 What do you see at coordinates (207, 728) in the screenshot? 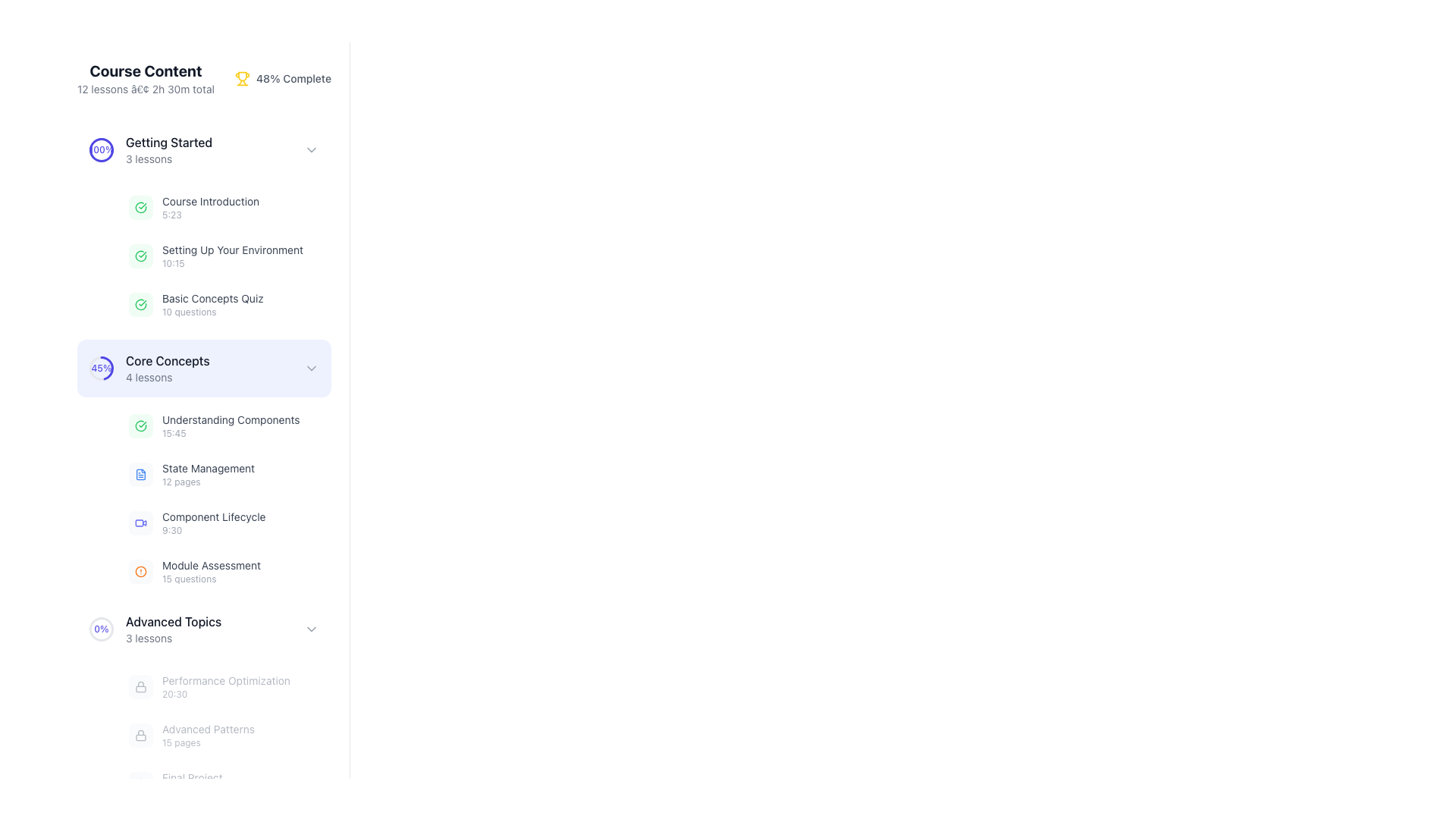
I see `the text label reading 'Advanced Patterns' which is styled with a small font size and gray color, located under the 'Advanced Topics' module` at bounding box center [207, 728].